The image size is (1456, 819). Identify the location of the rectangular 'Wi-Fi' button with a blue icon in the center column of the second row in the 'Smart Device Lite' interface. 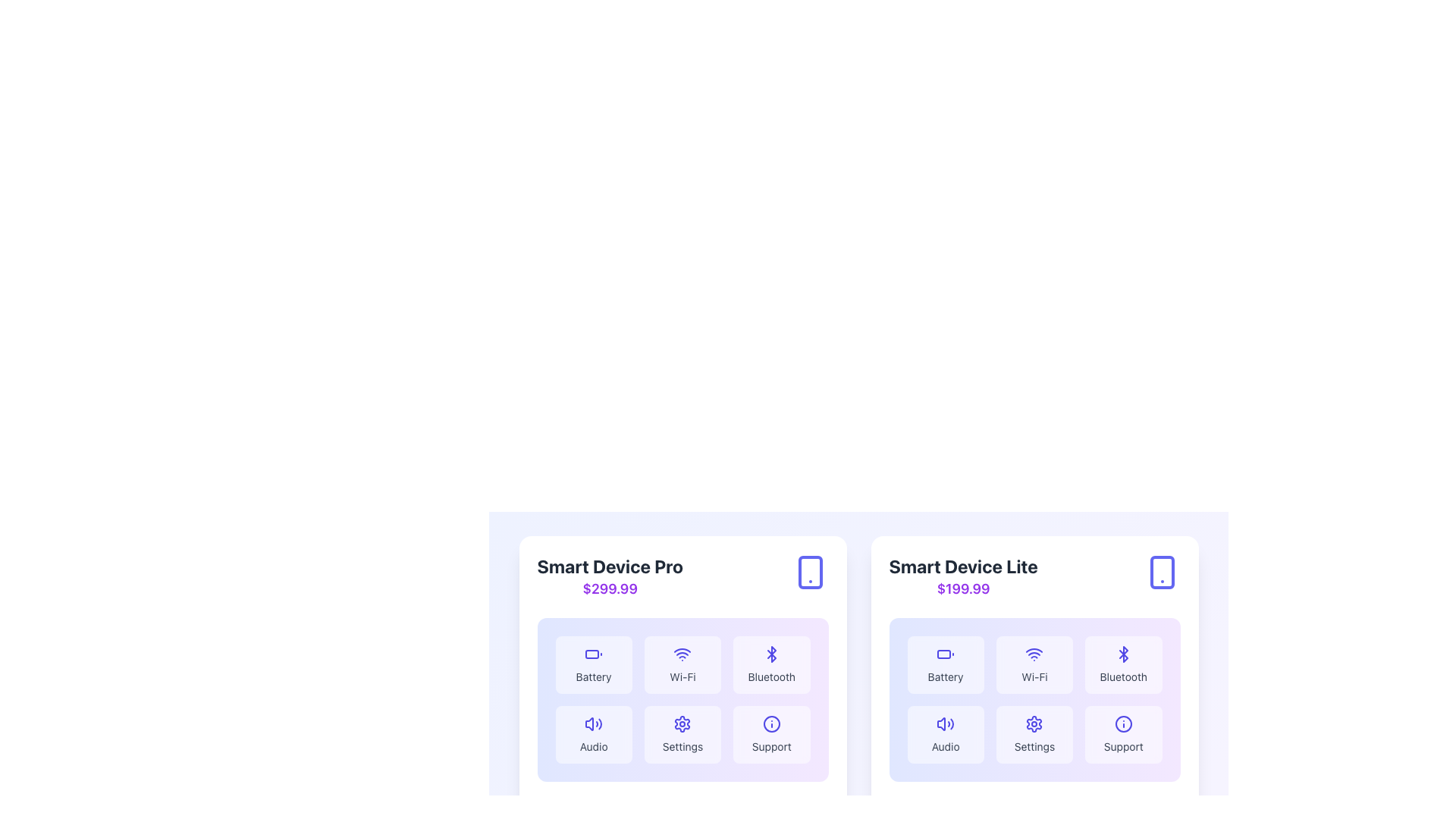
(1034, 664).